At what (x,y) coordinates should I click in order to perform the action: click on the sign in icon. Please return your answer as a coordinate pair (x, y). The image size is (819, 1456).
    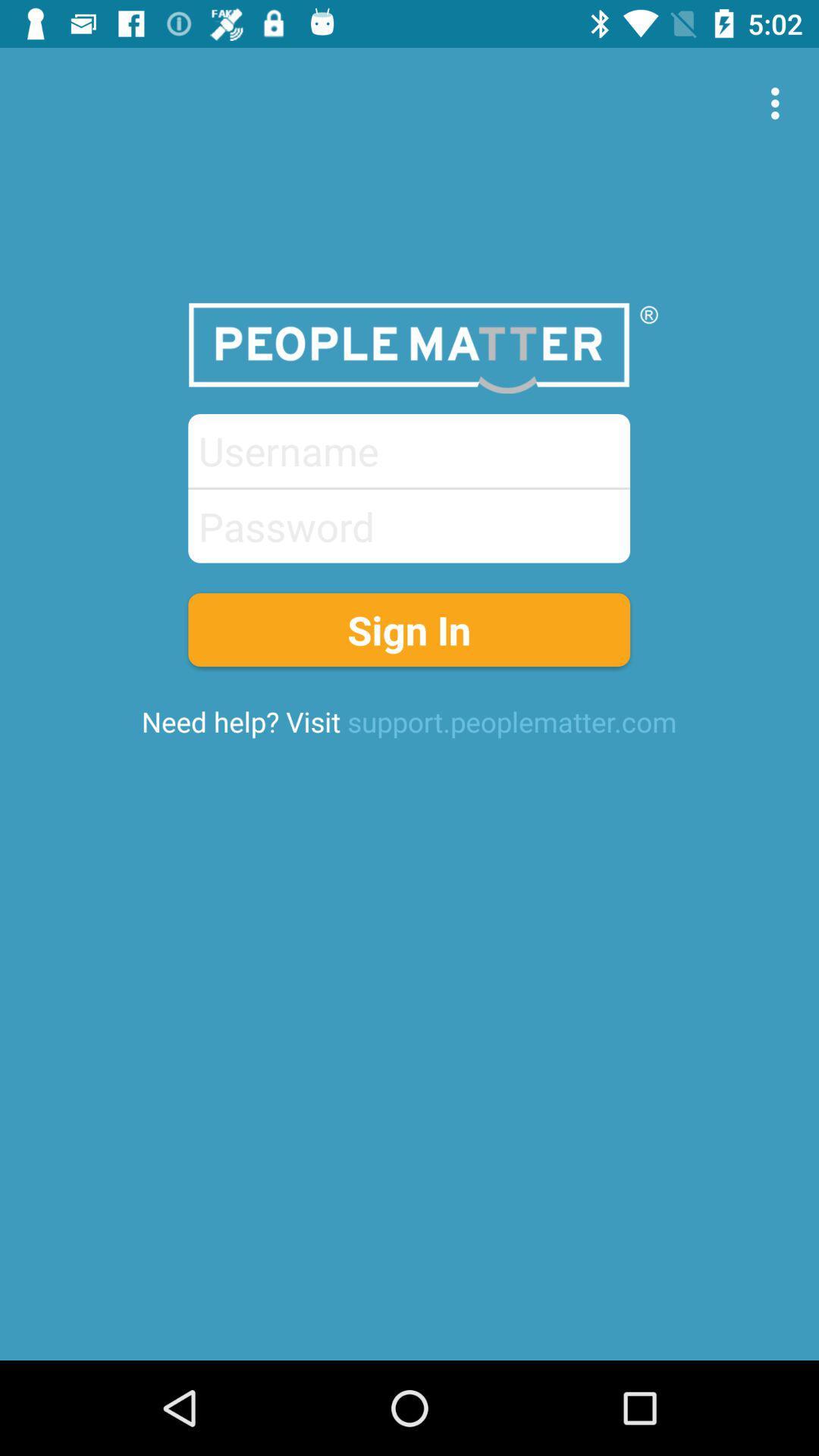
    Looking at the image, I should click on (408, 629).